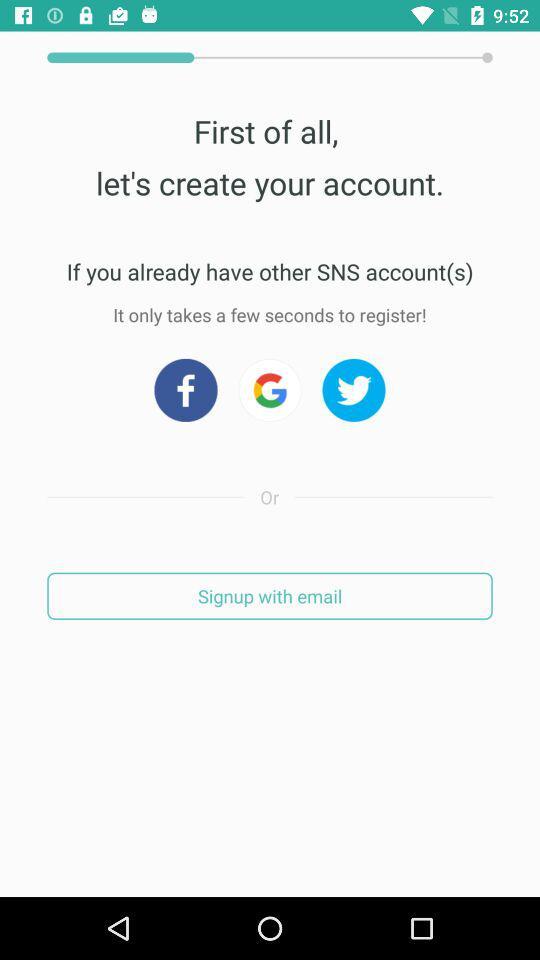 The width and height of the screenshot is (540, 960). What do you see at coordinates (185, 389) in the screenshot?
I see `the facebook icon` at bounding box center [185, 389].